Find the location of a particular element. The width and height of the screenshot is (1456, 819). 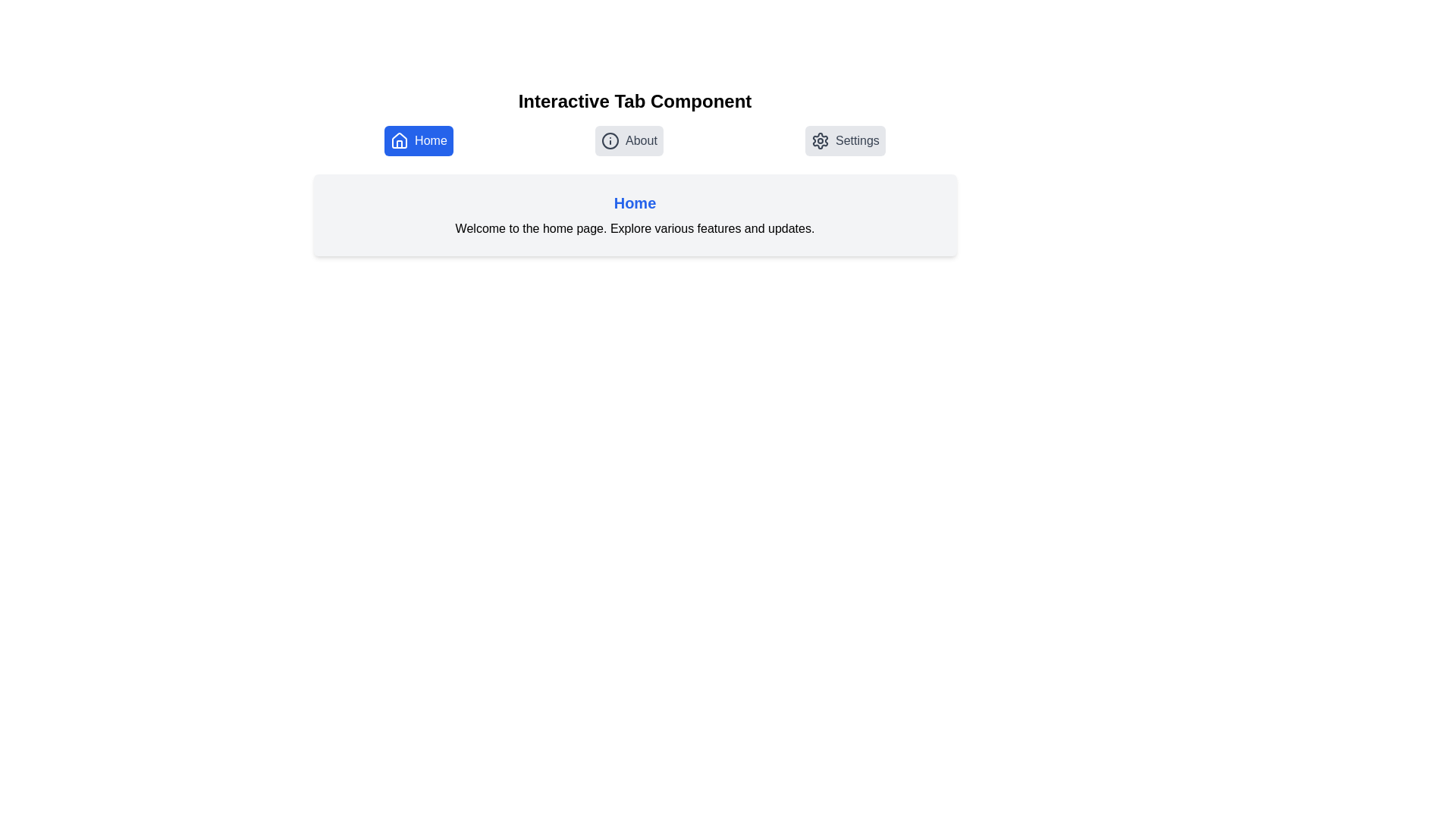

the tab icon labeled Home to explore its content is located at coordinates (419, 140).